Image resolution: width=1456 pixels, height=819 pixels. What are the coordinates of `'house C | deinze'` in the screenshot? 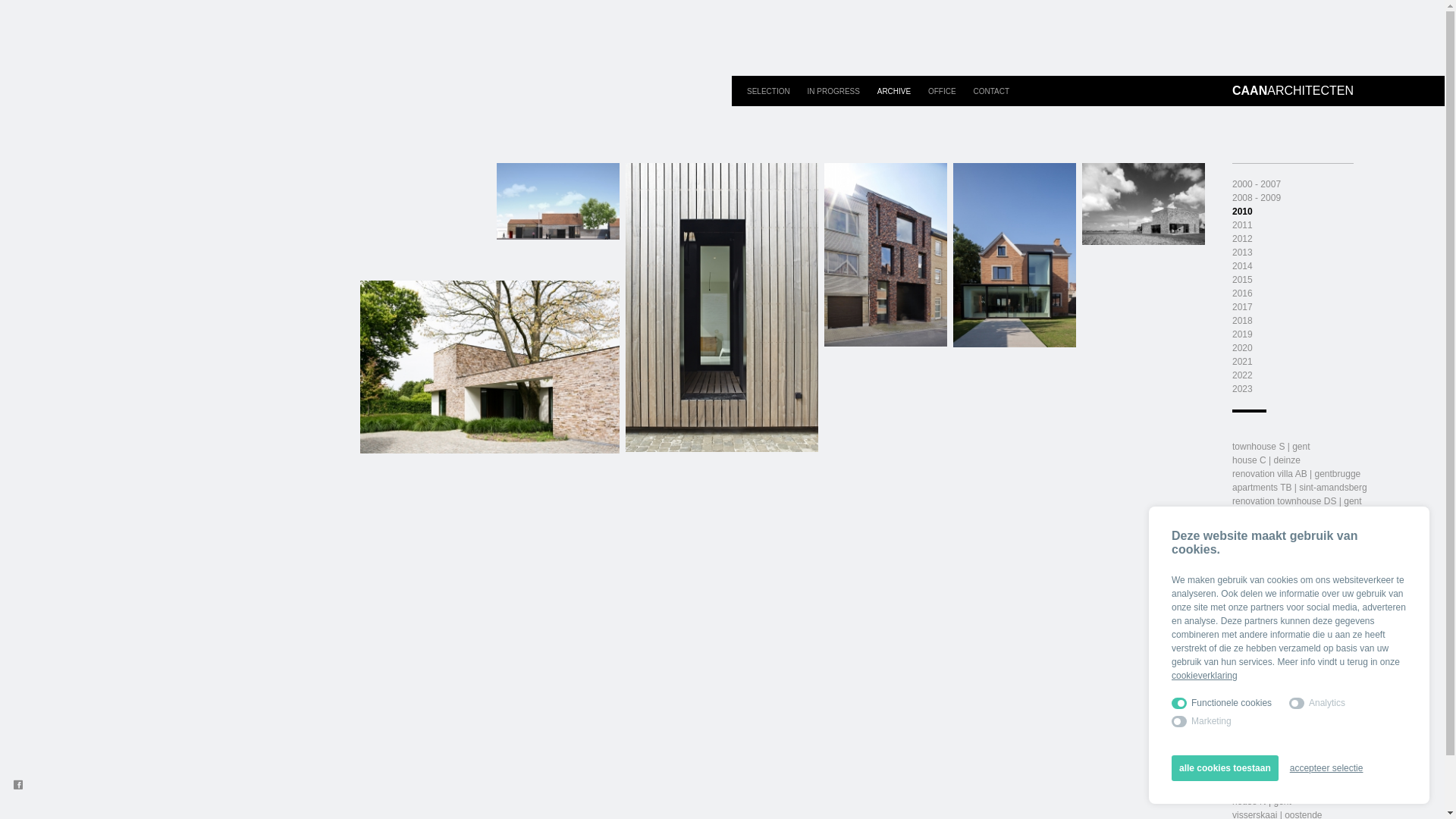 It's located at (1232, 459).